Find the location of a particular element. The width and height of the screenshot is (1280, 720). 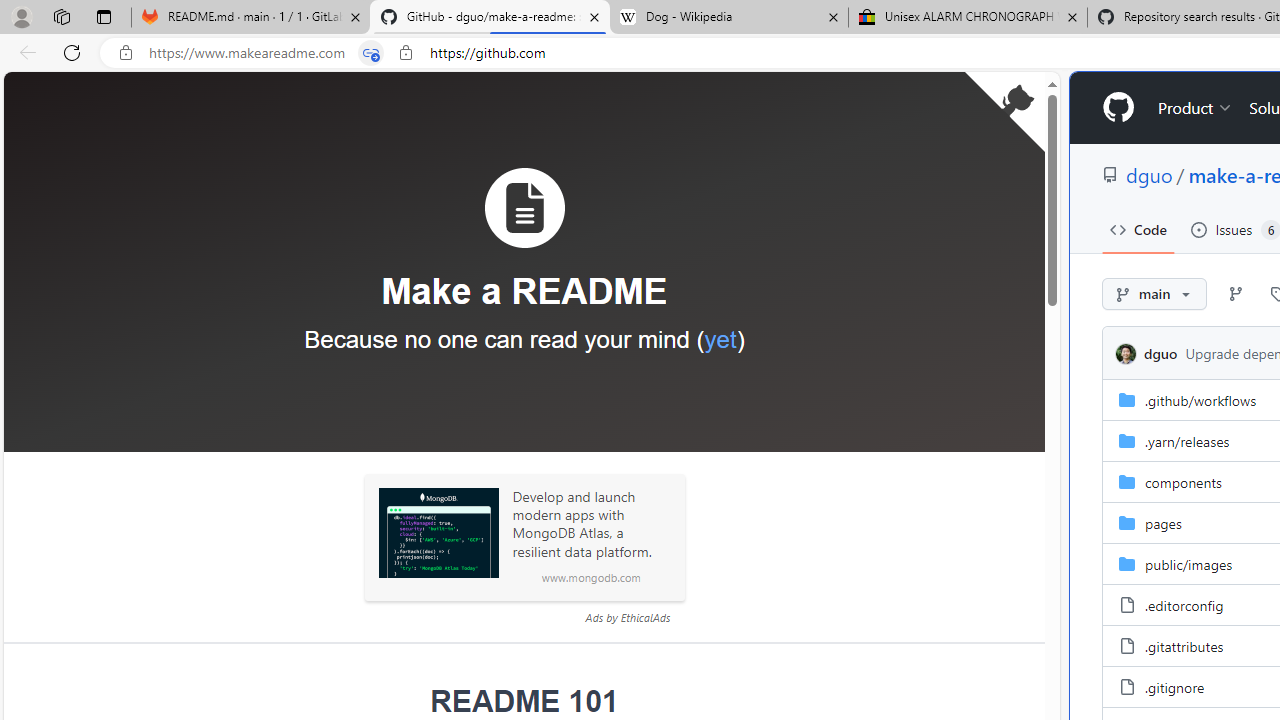

'Sponsored: MongoDB' is located at coordinates (437, 532).